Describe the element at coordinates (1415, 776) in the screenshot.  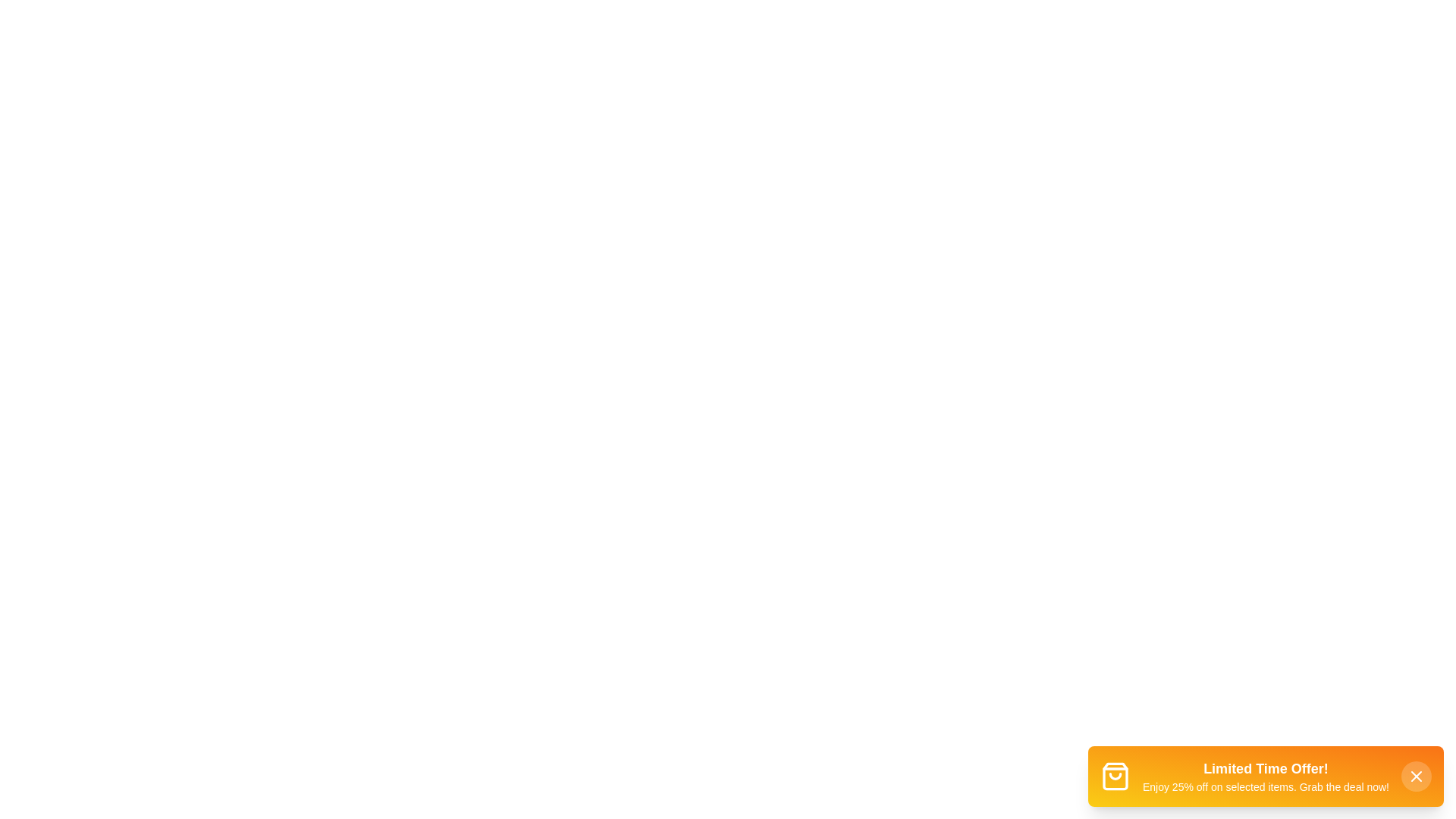
I see `the close button to dismiss the notification` at that location.